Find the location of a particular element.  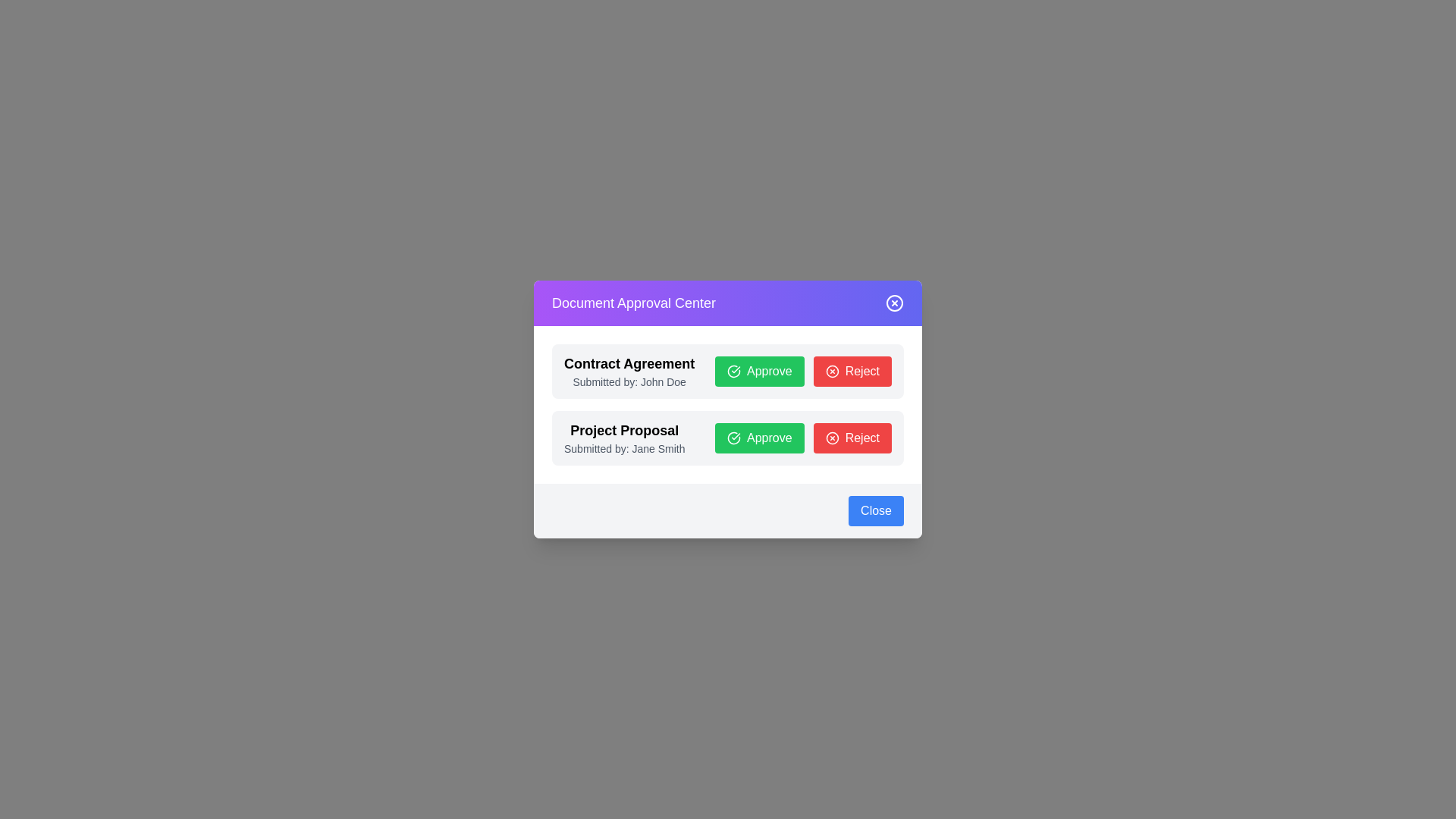

the label displaying 'Submitted by: Jane Smith', styled in gray and positioned directly below the 'Project Proposal' heading is located at coordinates (624, 447).